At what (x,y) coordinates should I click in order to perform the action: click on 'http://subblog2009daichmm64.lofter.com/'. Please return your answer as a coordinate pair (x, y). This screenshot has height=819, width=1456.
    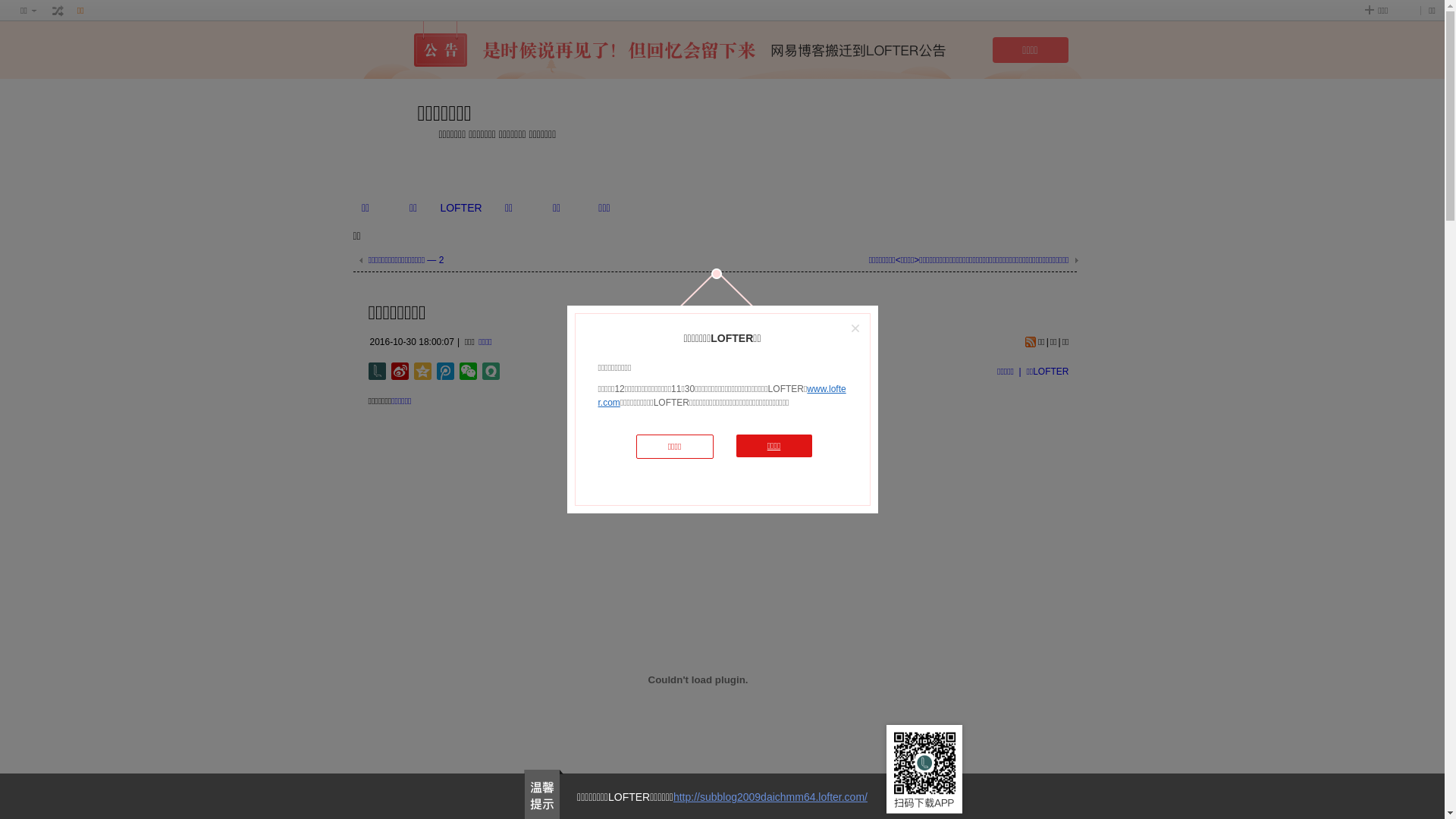
    Looking at the image, I should click on (770, 795).